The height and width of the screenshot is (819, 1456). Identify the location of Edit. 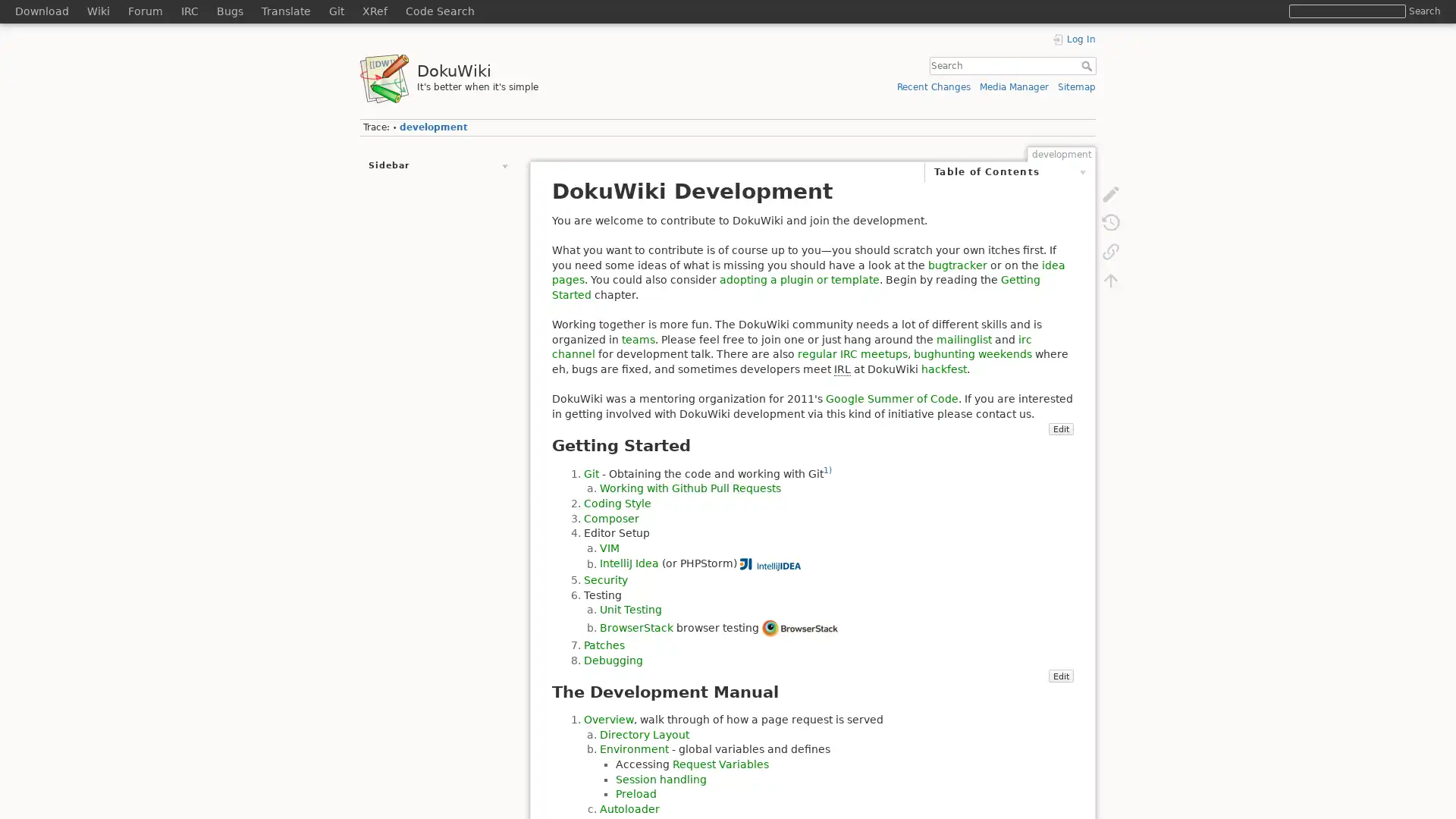
(1059, 444).